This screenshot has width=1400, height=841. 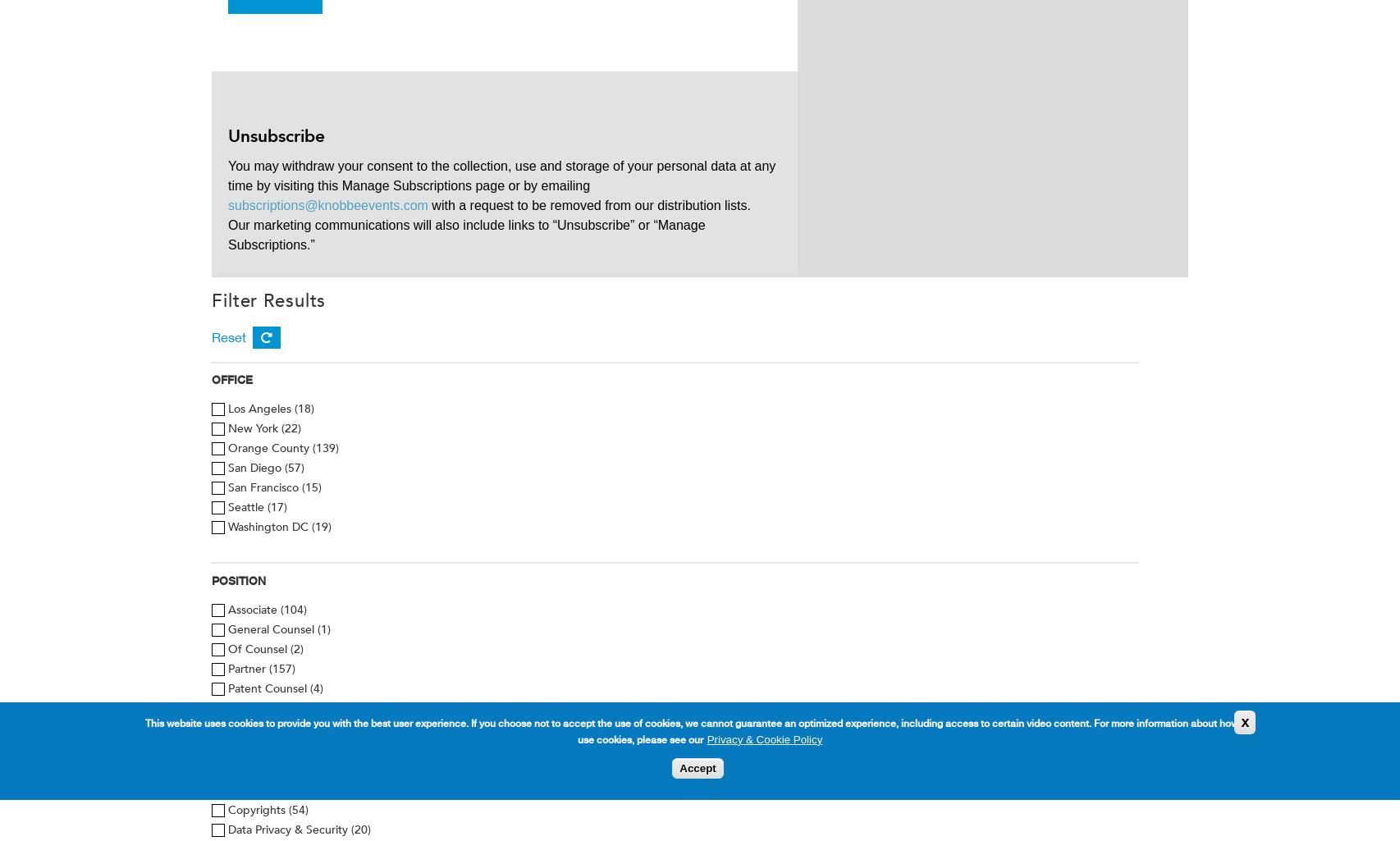 I want to click on 'Seattle', so click(x=247, y=506).